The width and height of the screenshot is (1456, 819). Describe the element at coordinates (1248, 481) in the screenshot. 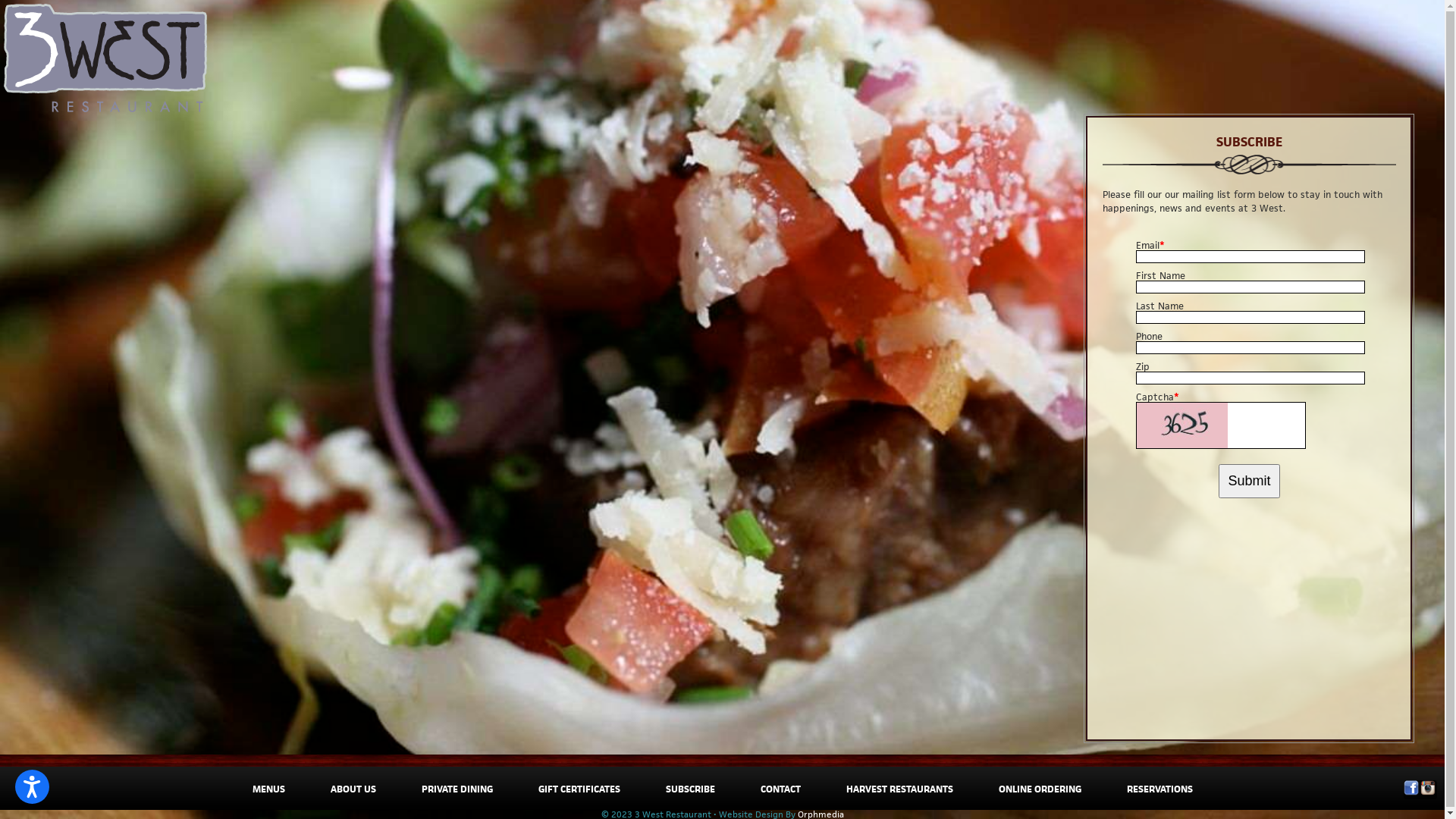

I see `'Submit'` at that location.